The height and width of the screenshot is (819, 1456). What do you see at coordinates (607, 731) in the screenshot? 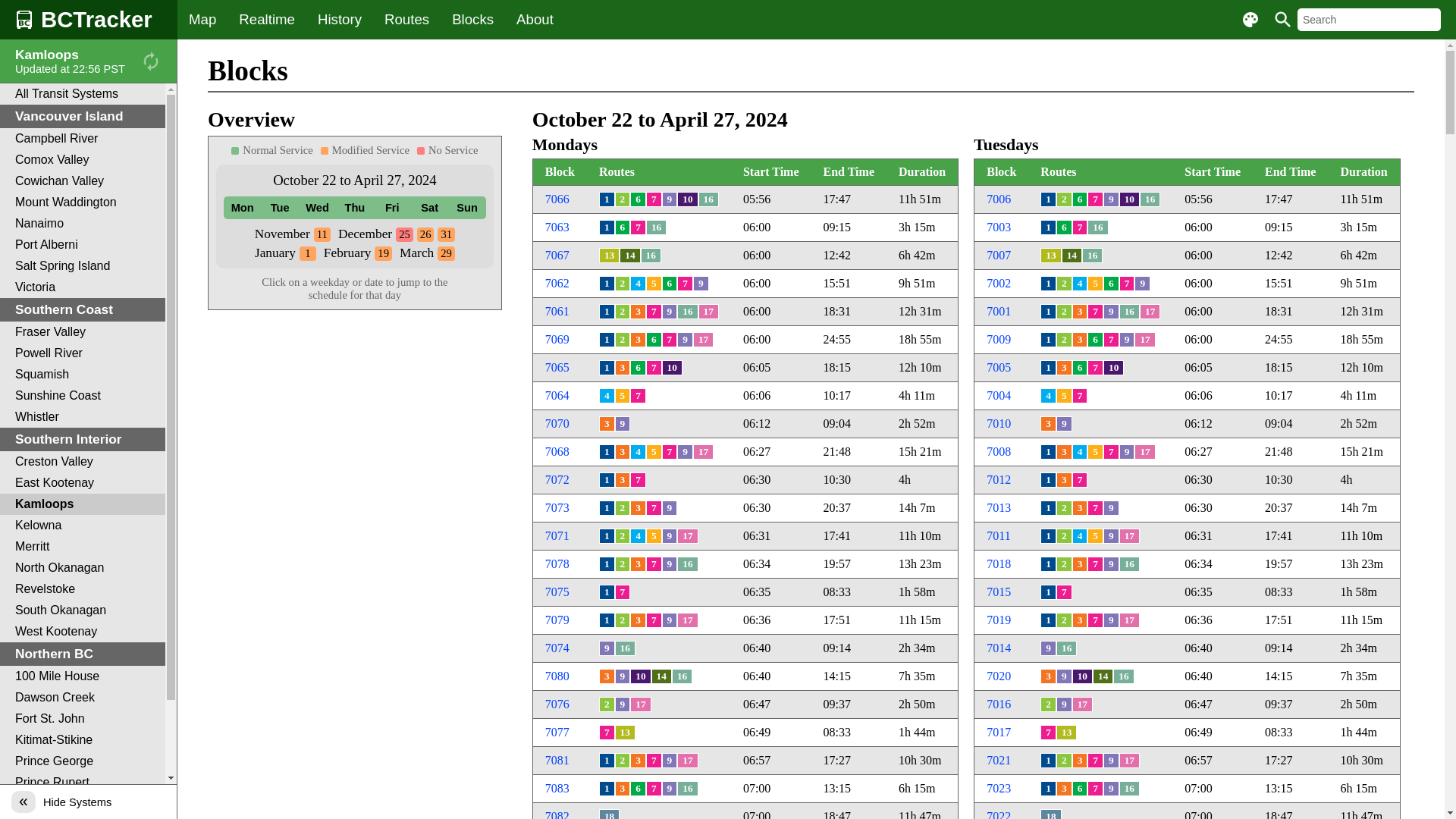
I see `'7'` at bounding box center [607, 731].